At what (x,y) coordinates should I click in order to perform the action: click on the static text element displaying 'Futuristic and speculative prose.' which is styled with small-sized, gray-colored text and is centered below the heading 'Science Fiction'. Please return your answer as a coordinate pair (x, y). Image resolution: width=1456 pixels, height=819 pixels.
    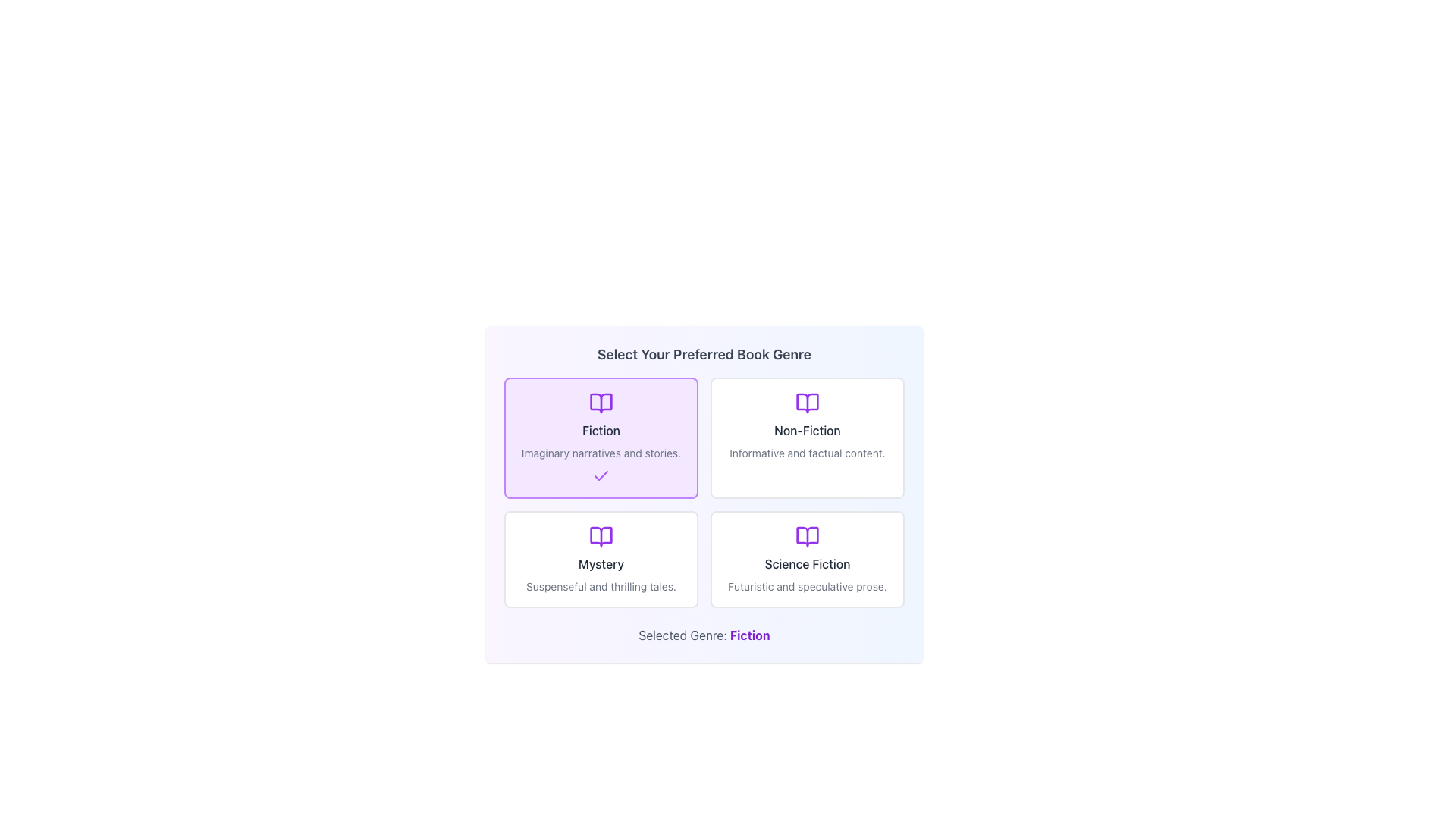
    Looking at the image, I should click on (807, 586).